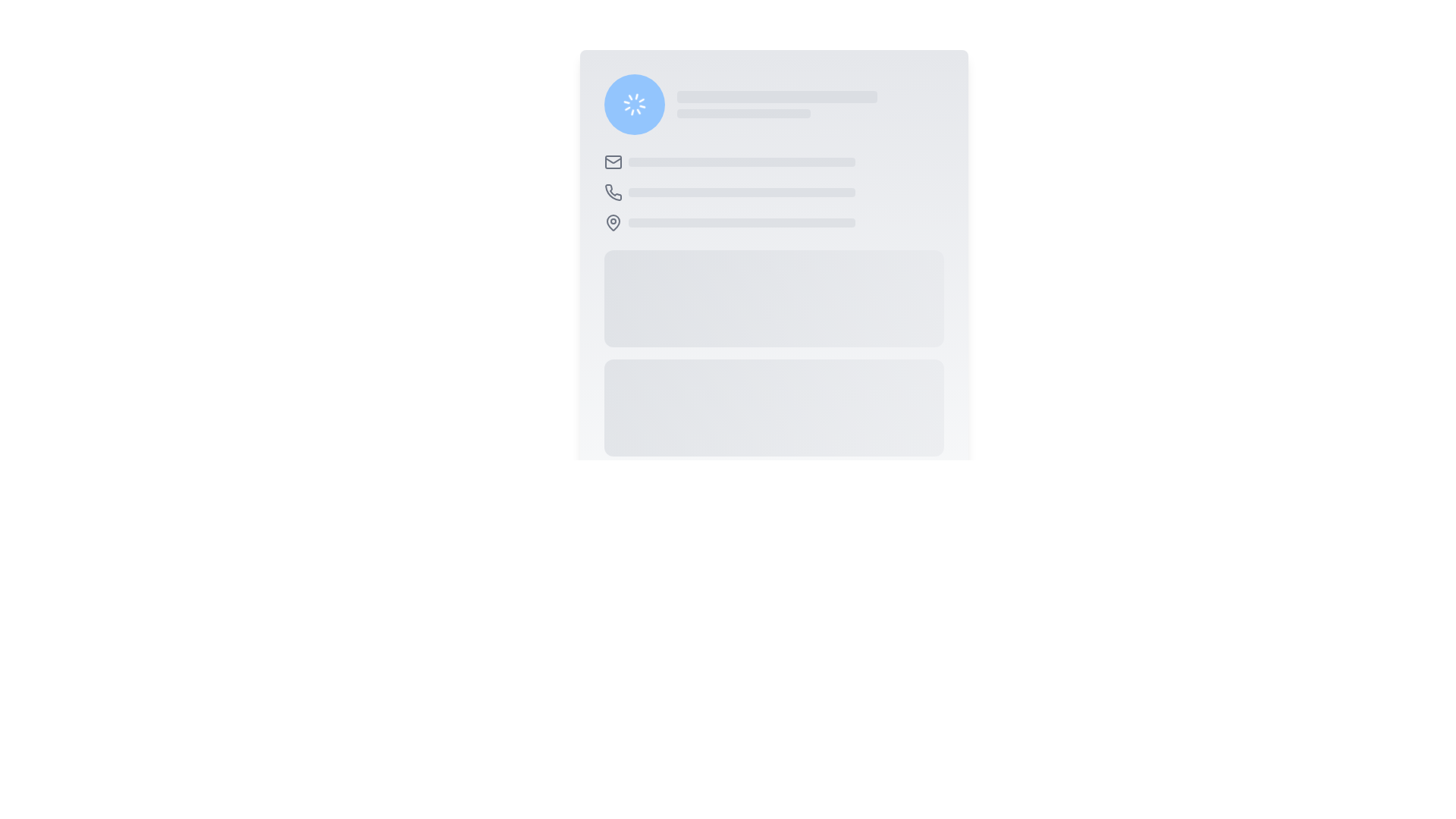 The image size is (1456, 819). What do you see at coordinates (613, 162) in the screenshot?
I see `light gray rectangular element that forms the body of the envelope icon for debugging purposes` at bounding box center [613, 162].